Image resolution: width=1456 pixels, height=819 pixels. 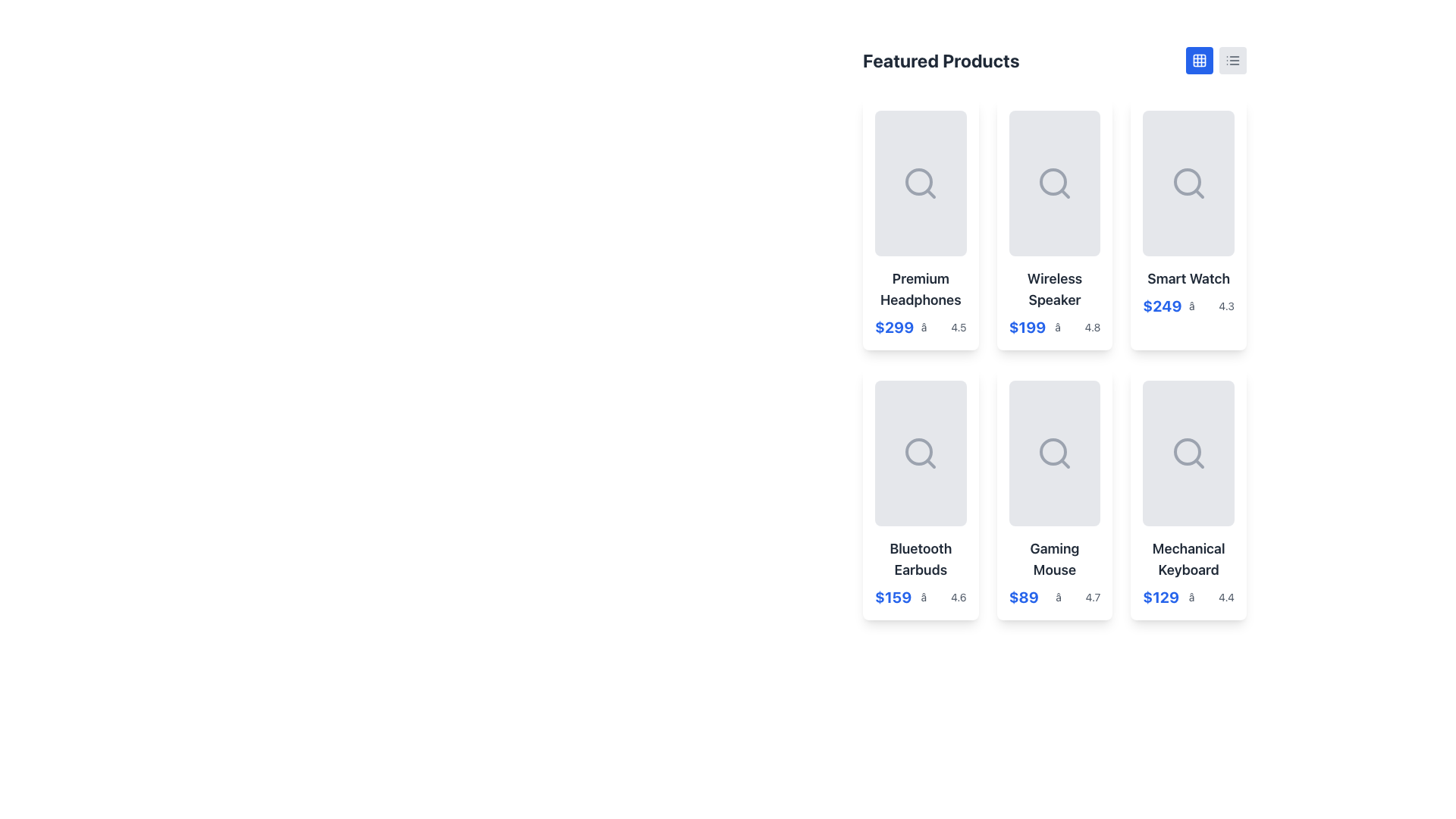 I want to click on the square-shaped button with a blue background and white grid-like graphical content located in the top-right corner beside a gray button, so click(x=1199, y=60).